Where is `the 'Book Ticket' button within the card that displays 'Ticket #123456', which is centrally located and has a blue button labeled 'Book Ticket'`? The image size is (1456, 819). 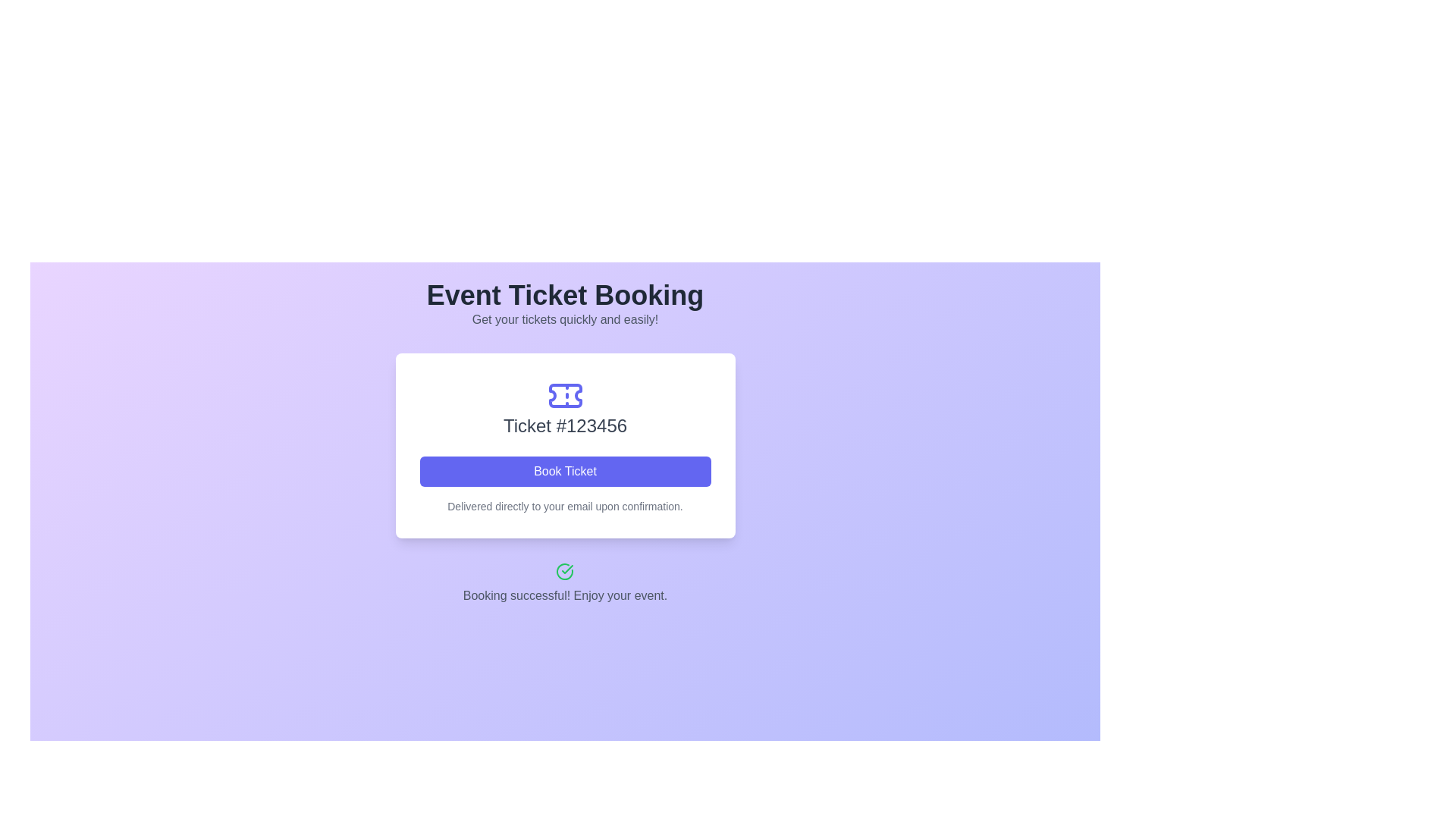 the 'Book Ticket' button within the card that displays 'Ticket #123456', which is centrally located and has a blue button labeled 'Book Ticket' is located at coordinates (564, 444).